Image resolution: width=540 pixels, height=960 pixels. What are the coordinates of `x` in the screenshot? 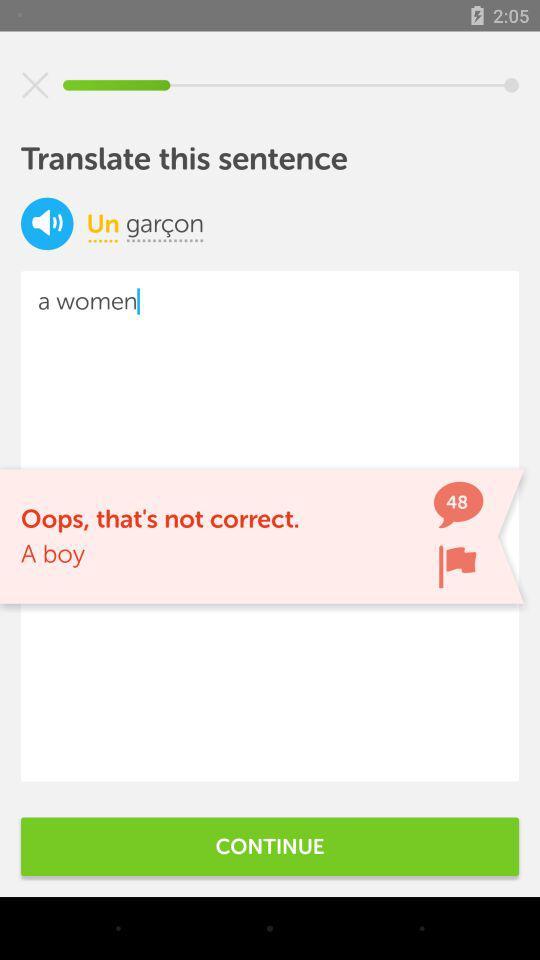 It's located at (35, 85).